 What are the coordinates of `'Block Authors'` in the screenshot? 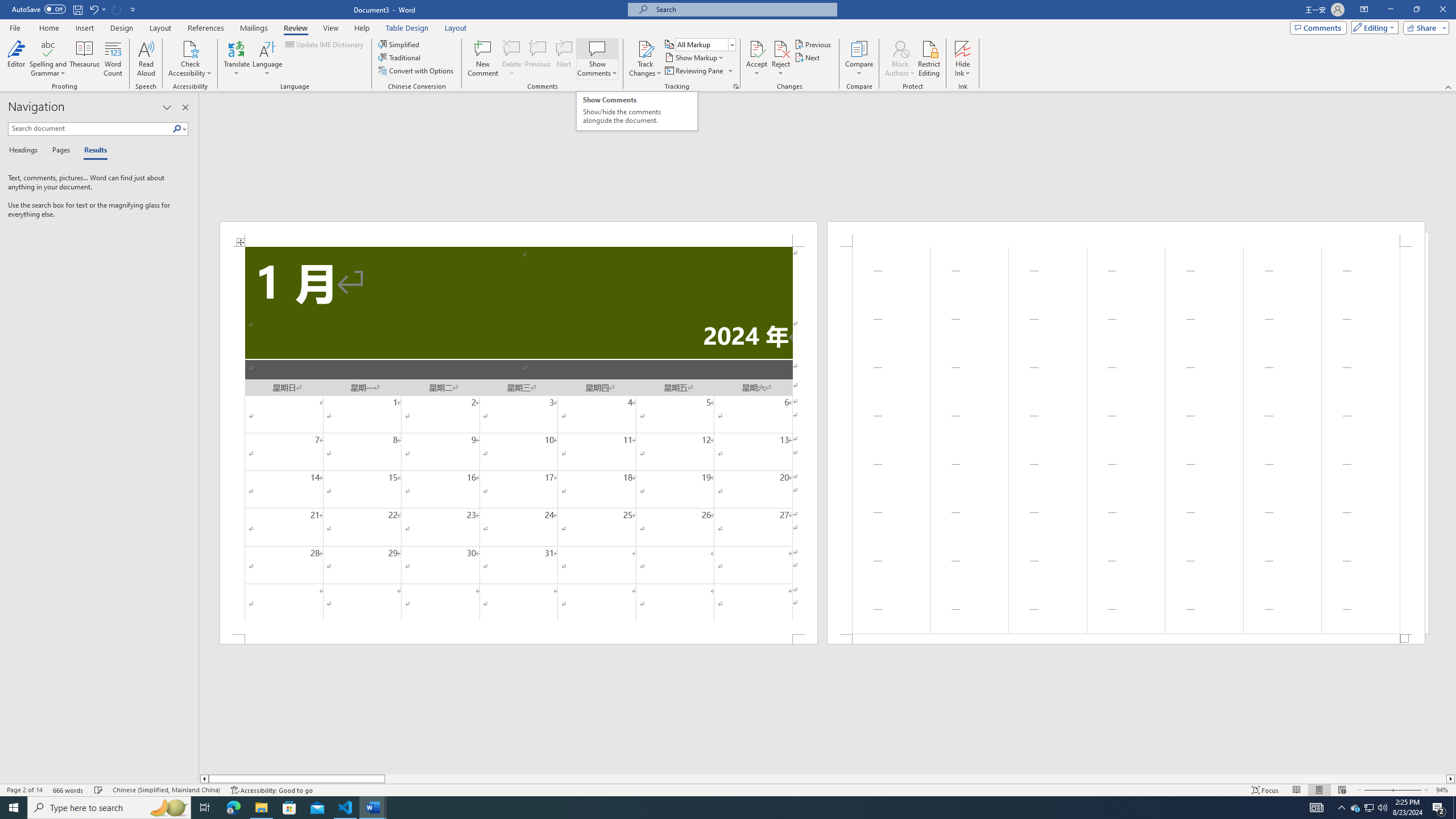 It's located at (900, 59).